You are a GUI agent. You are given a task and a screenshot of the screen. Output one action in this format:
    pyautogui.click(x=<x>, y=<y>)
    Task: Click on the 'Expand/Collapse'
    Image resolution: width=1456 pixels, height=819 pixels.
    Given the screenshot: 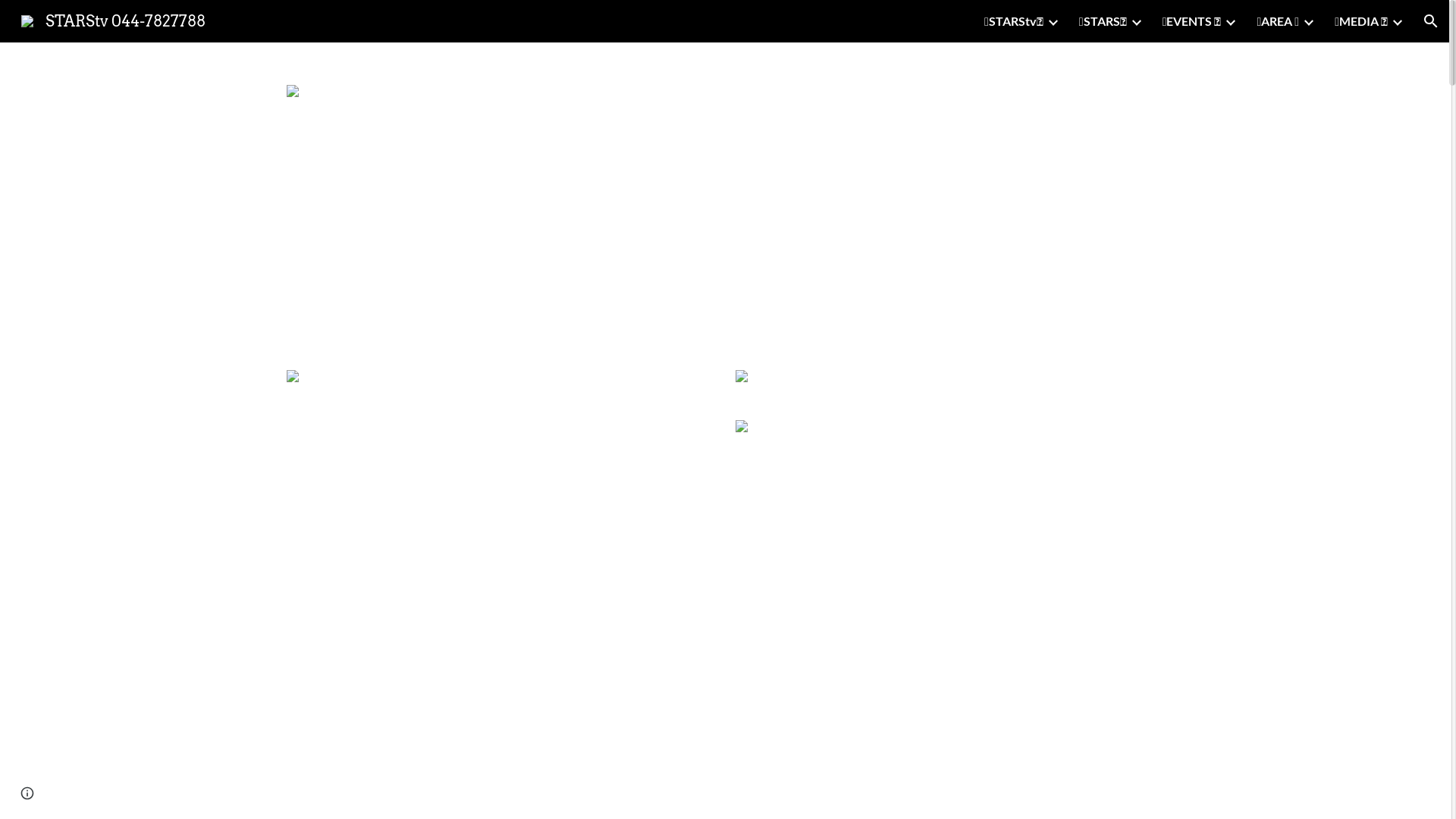 What is the action you would take?
    pyautogui.click(x=1135, y=20)
    